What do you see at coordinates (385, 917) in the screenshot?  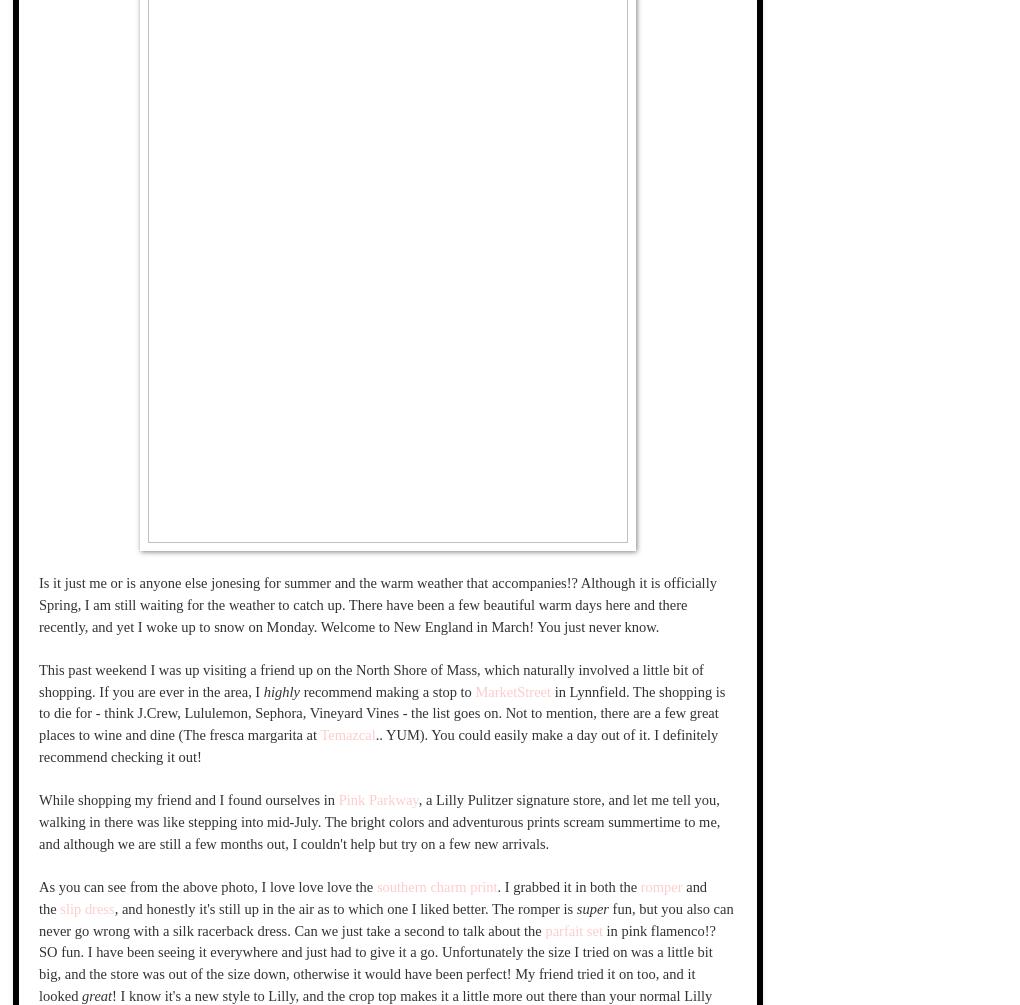 I see `'fun, but you also can never go wrong with a silk racerback dress. Can we just take a second to talk about the'` at bounding box center [385, 917].